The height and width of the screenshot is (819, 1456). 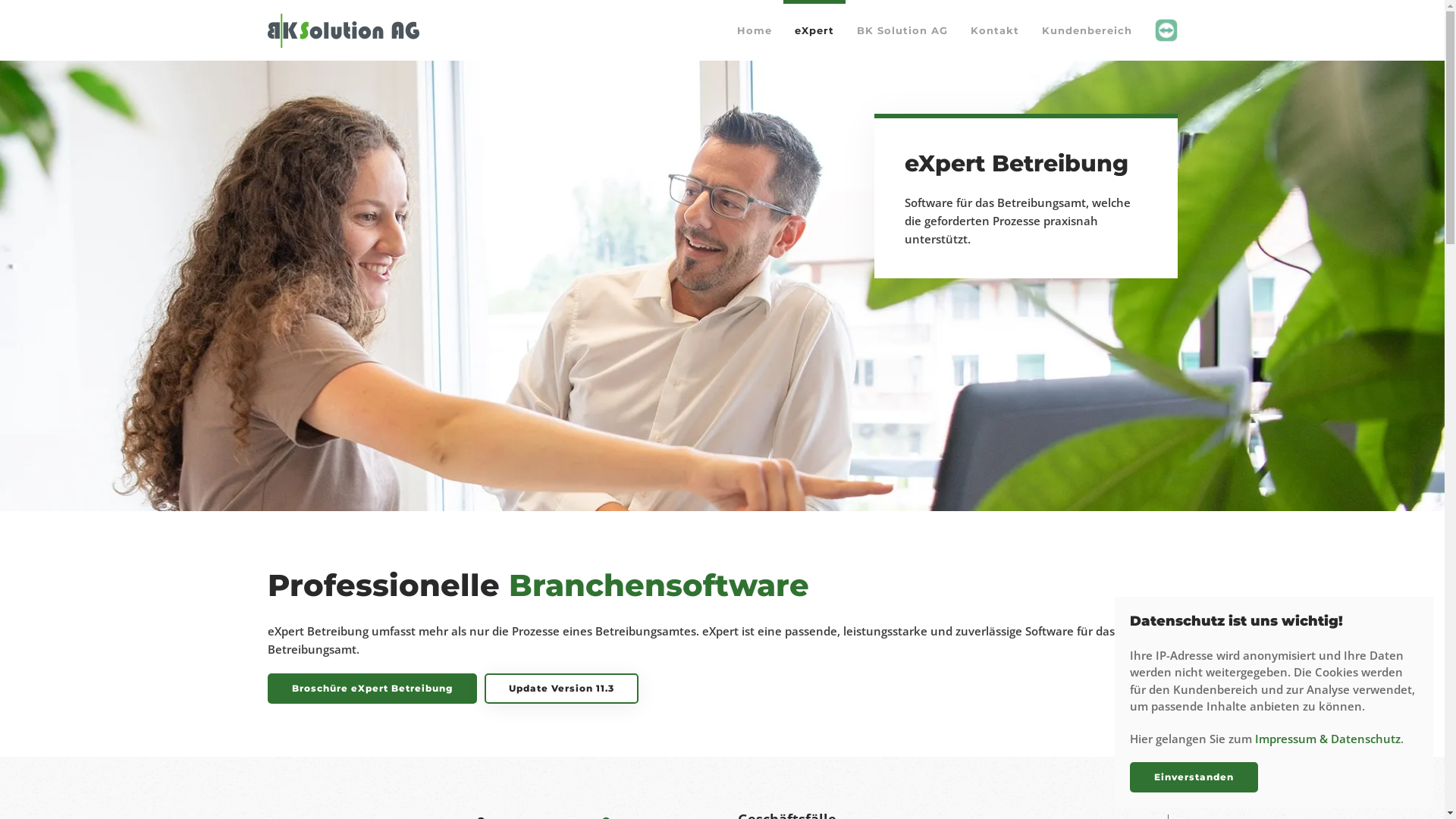 I want to click on 'Impressum & Datenschutz', so click(x=1327, y=738).